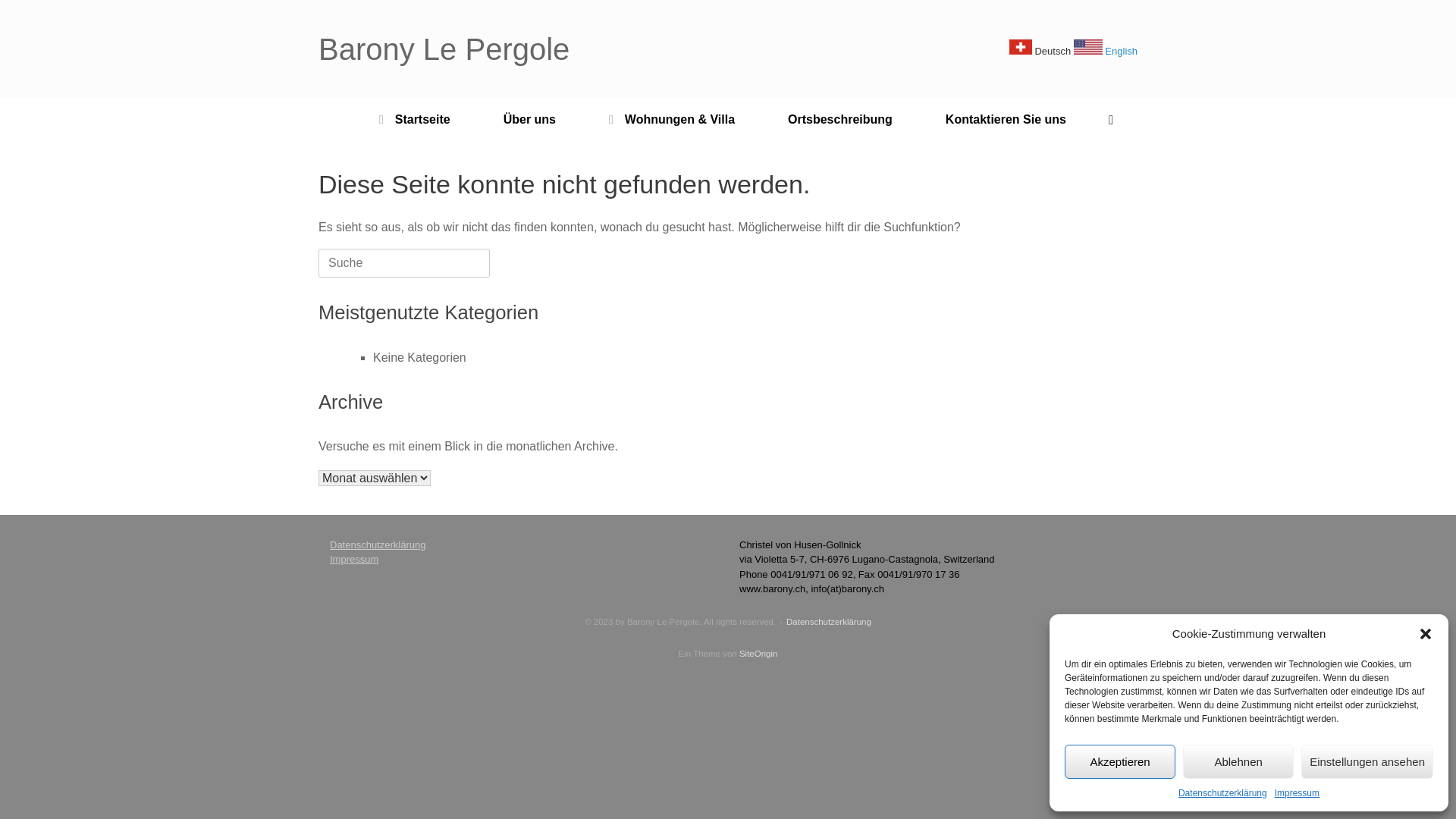 This screenshot has width=1456, height=819. Describe the element at coordinates (758, 652) in the screenshot. I see `'SiteOrigin'` at that location.